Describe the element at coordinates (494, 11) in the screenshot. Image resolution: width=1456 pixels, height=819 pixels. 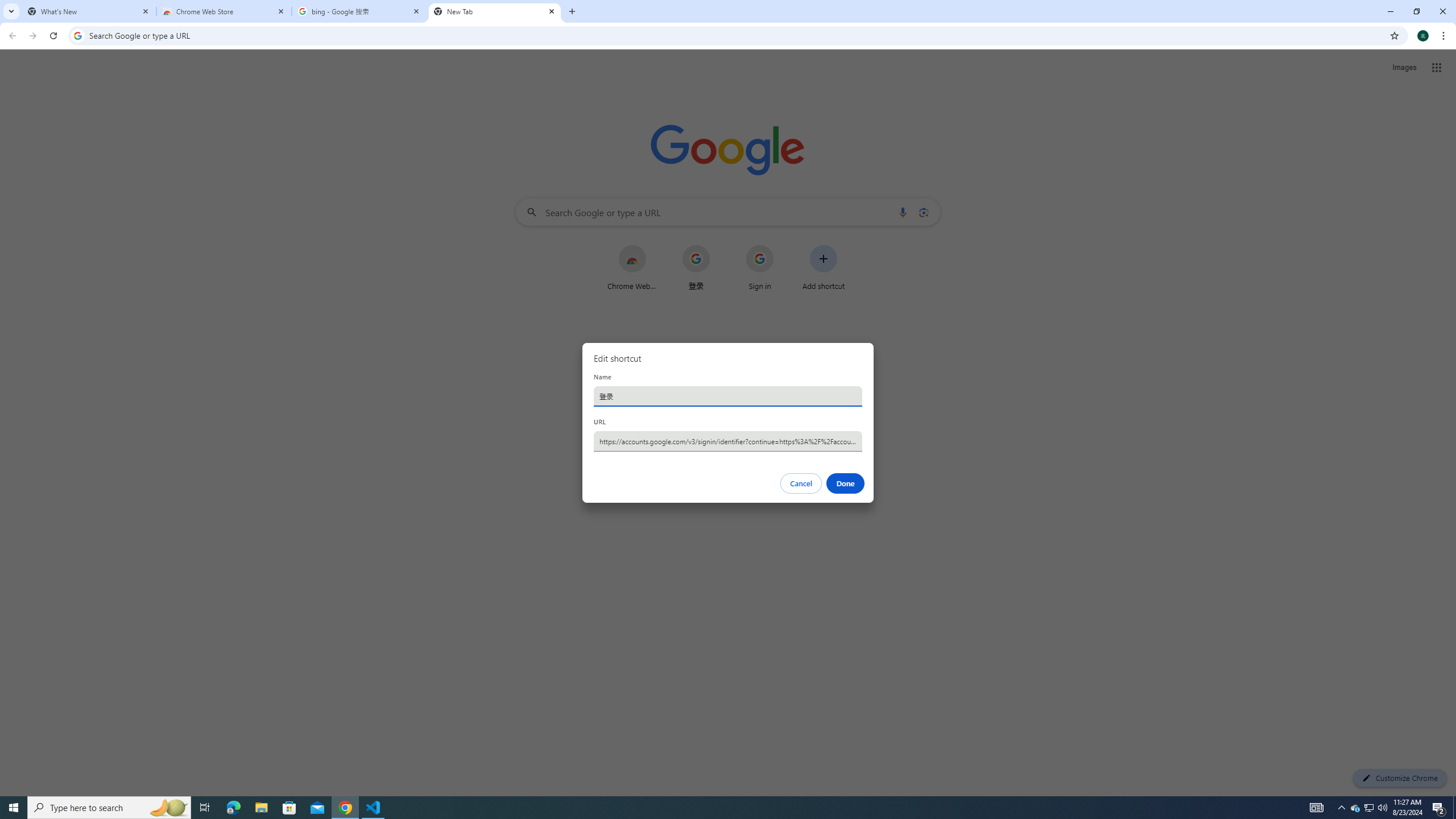
I see `'New Tab'` at that location.